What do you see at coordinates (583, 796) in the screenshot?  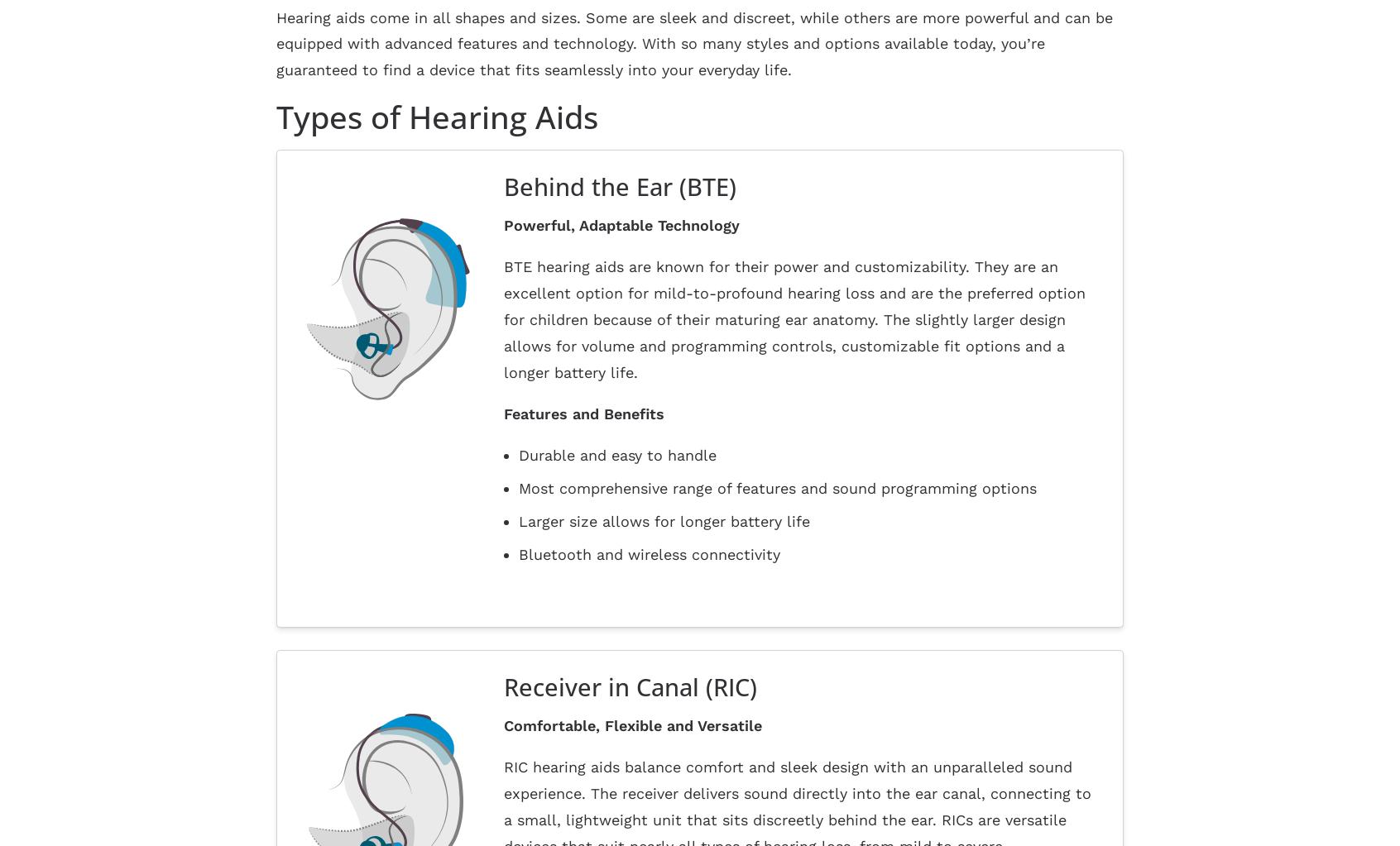 I see `'Site Designed by'` at bounding box center [583, 796].